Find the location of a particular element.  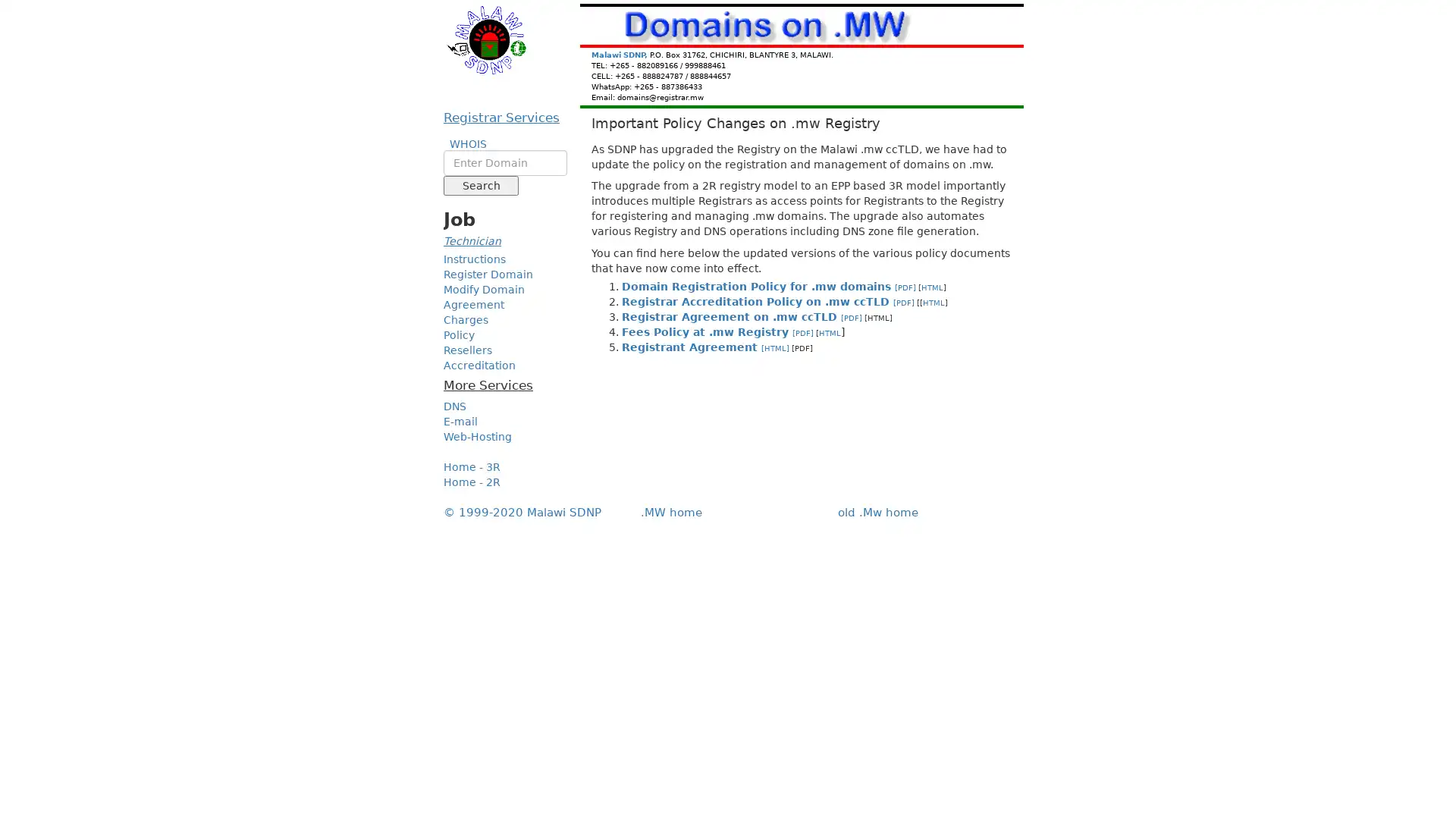

Search is located at coordinates (480, 185).